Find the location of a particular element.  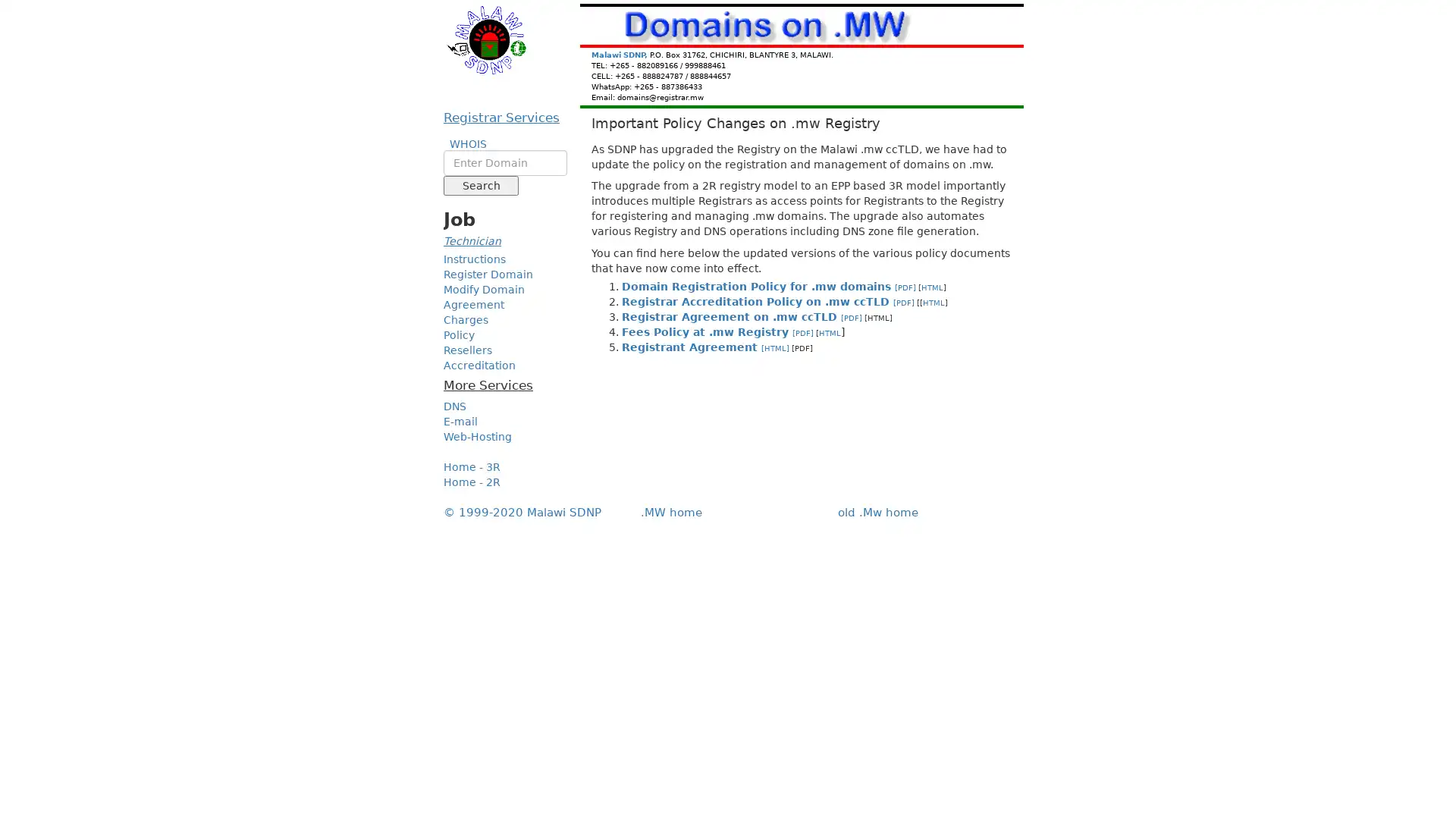

Search is located at coordinates (480, 185).